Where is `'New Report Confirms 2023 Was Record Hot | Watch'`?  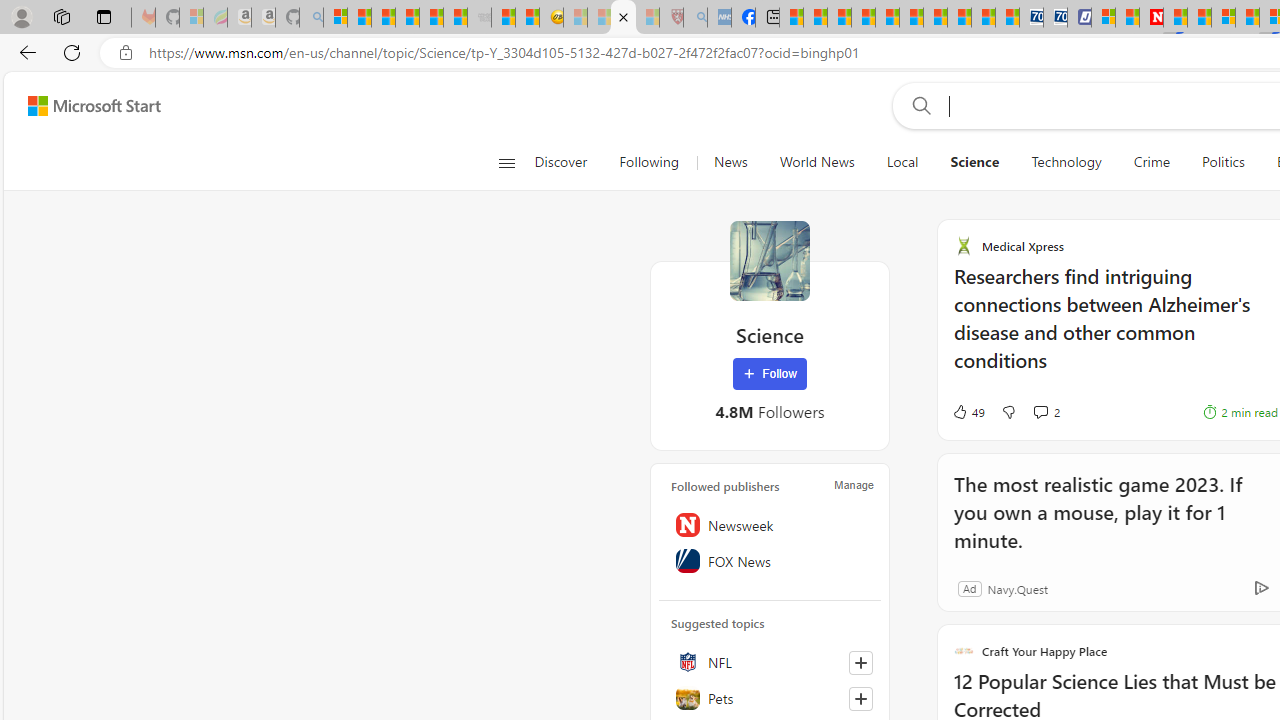
'New Report Confirms 2023 Was Record Hot | Watch' is located at coordinates (430, 17).